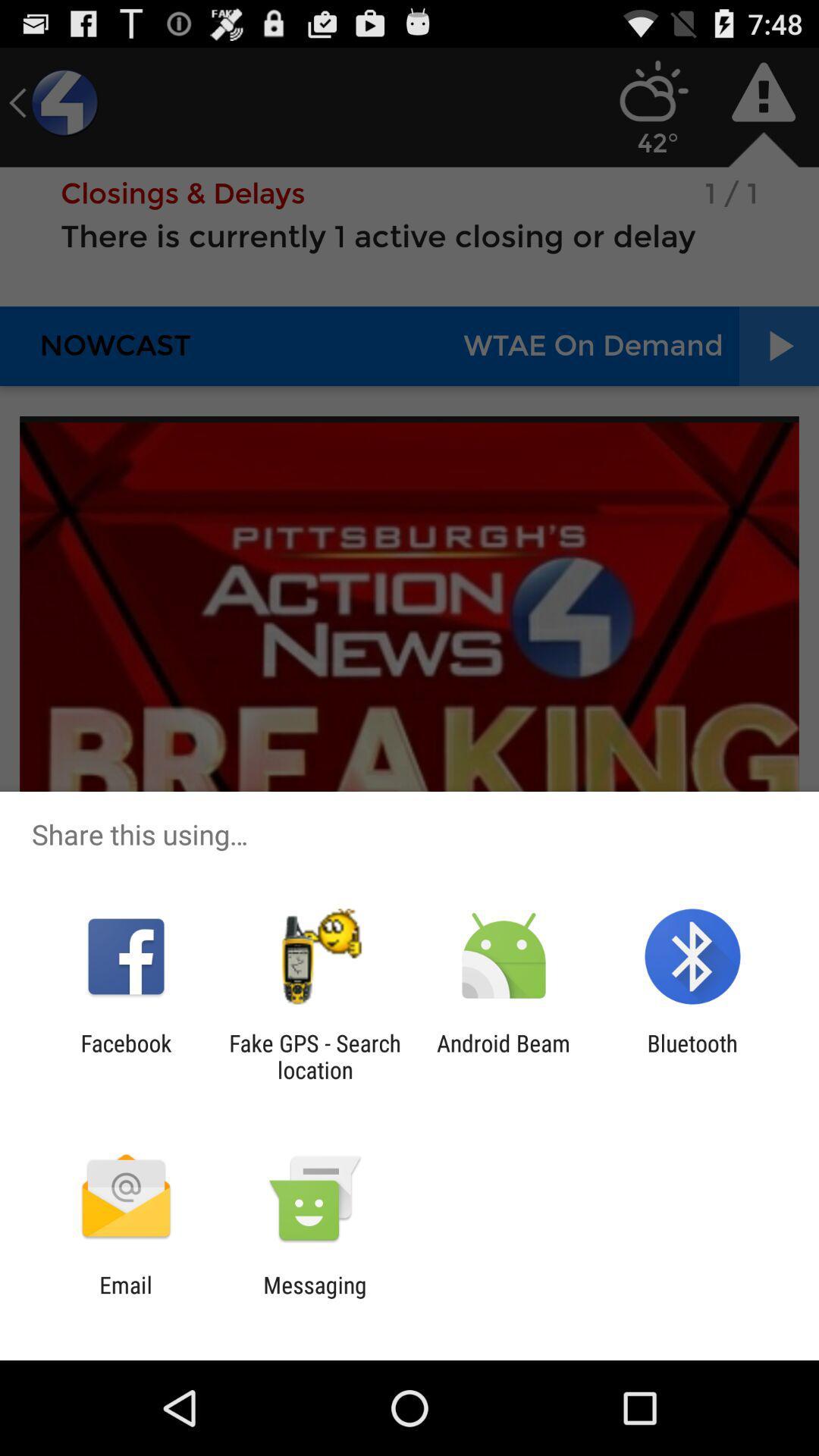 Image resolution: width=819 pixels, height=1456 pixels. I want to click on app next to messaging item, so click(125, 1298).